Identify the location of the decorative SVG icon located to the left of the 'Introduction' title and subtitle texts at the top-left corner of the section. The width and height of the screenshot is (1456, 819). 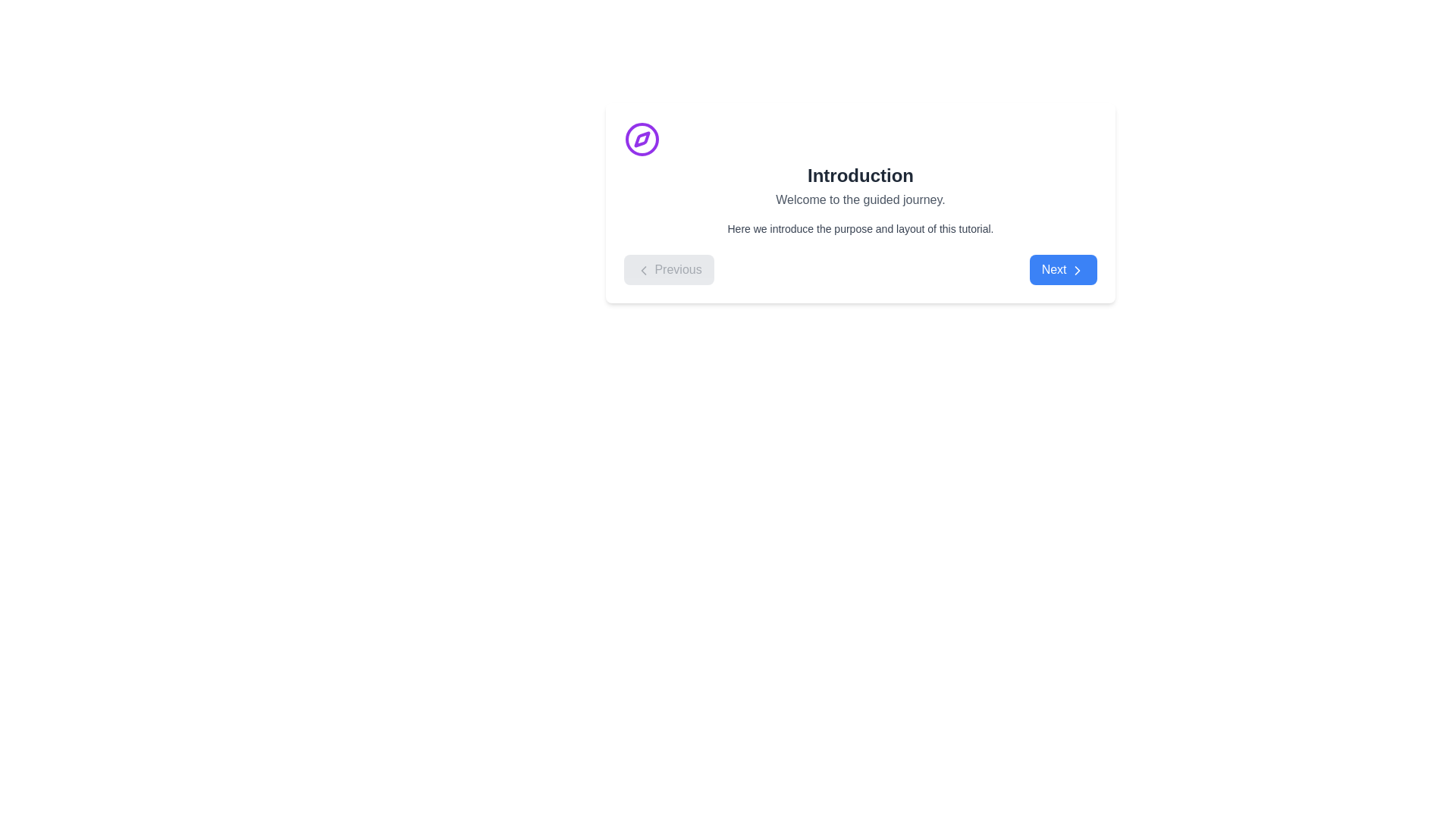
(642, 140).